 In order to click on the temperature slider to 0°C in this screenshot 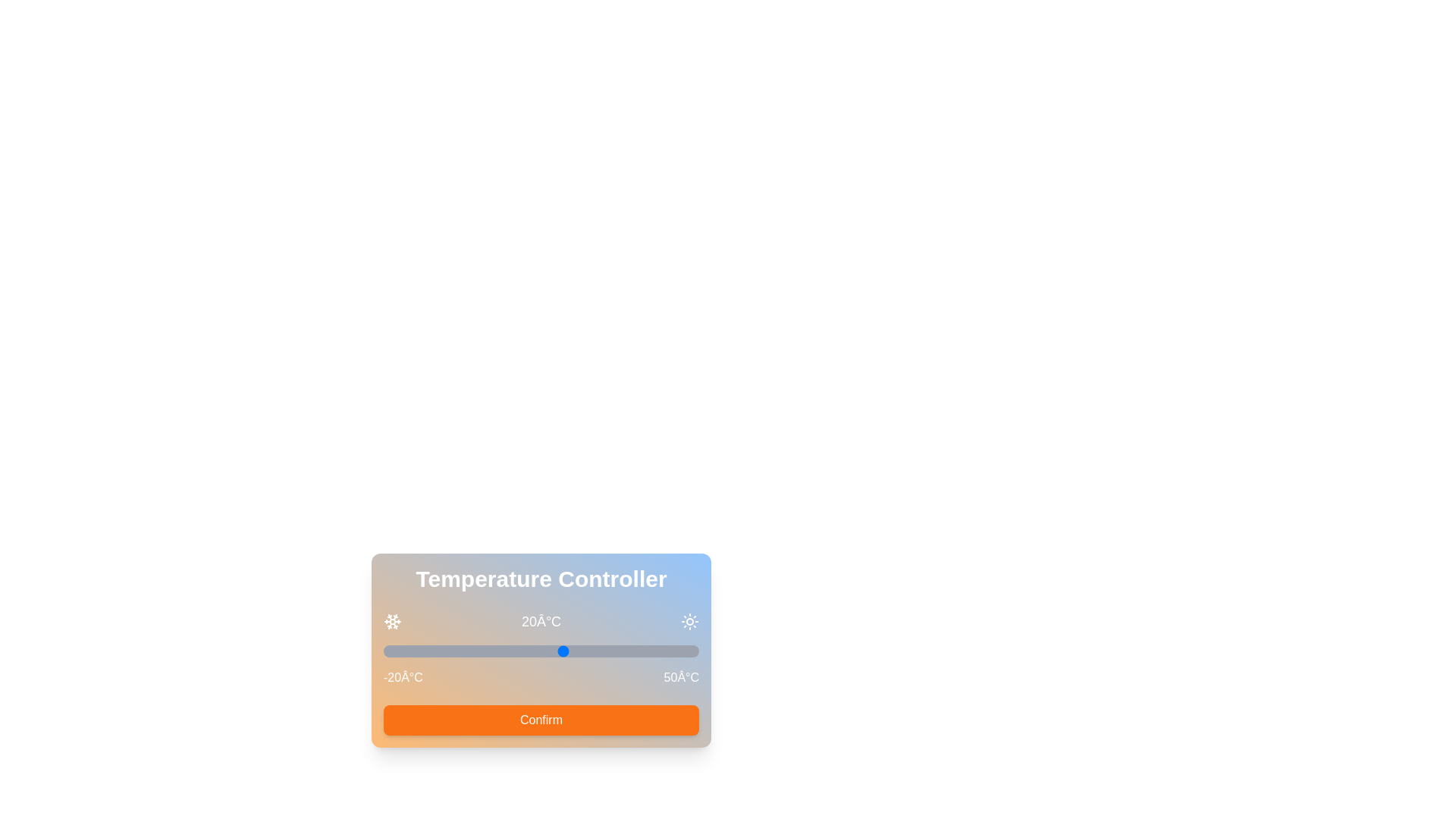, I will do `click(472, 651)`.